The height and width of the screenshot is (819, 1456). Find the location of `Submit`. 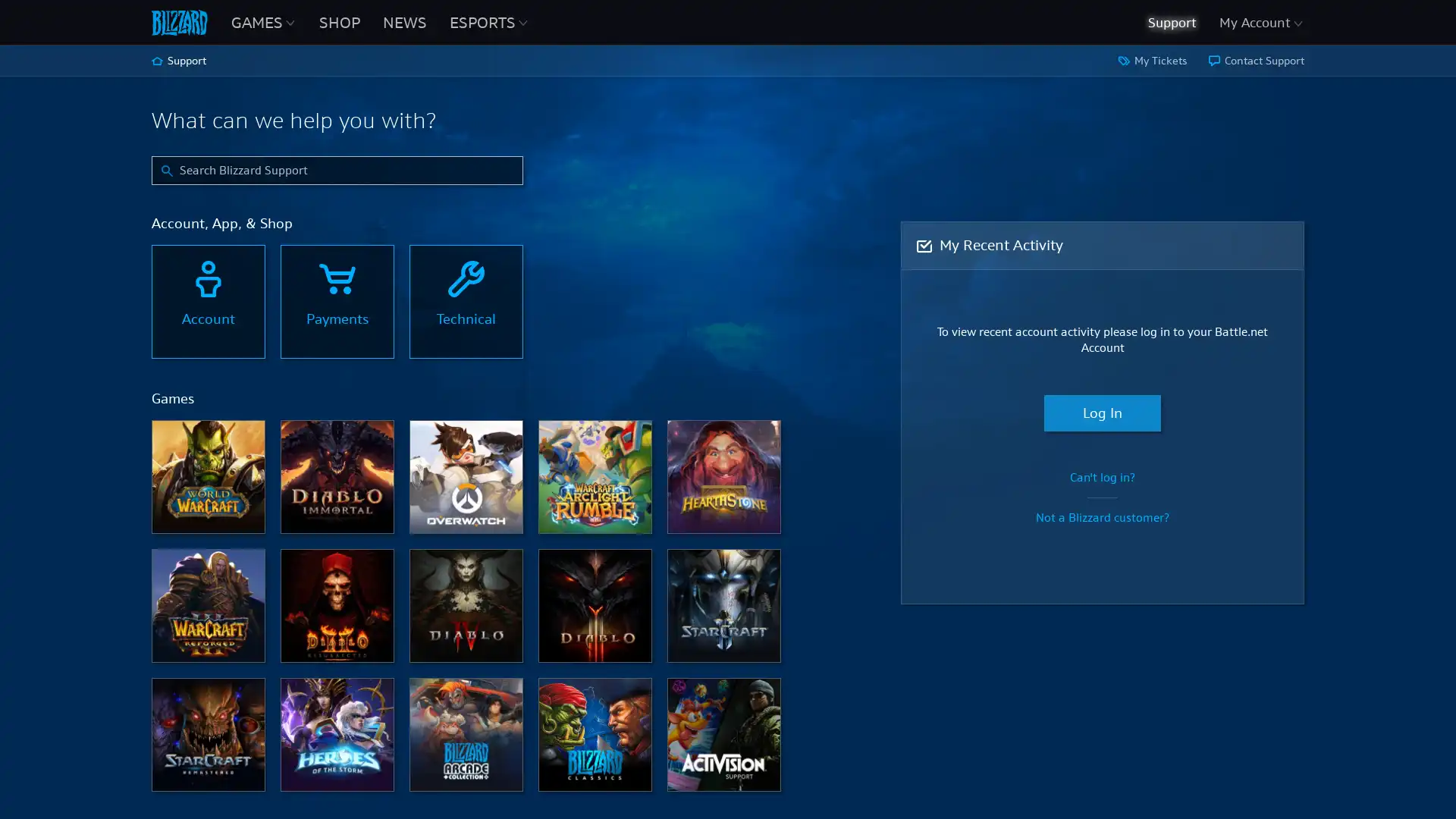

Submit is located at coordinates (167, 167).